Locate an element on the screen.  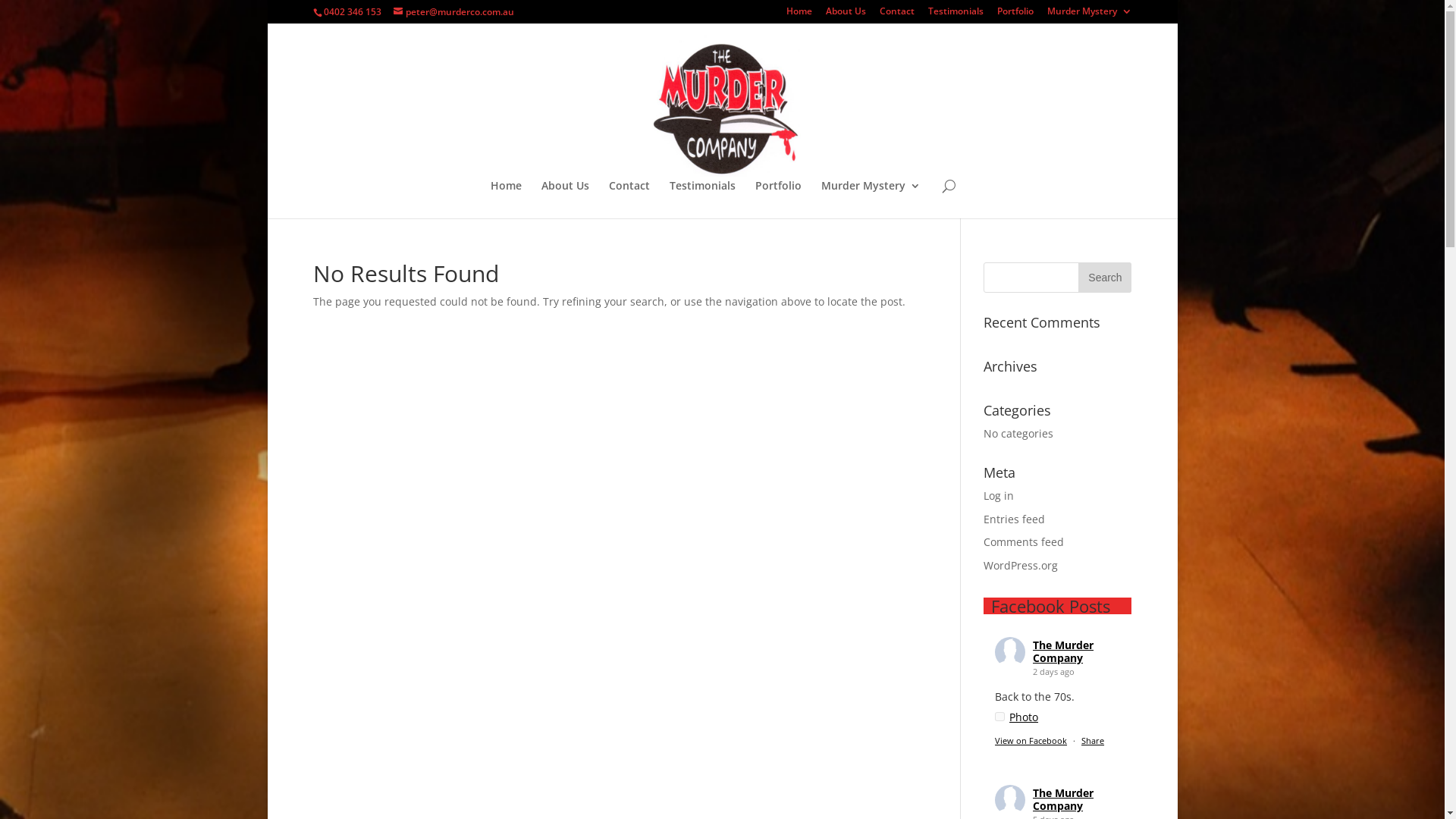
'Photo' is located at coordinates (1016, 717).